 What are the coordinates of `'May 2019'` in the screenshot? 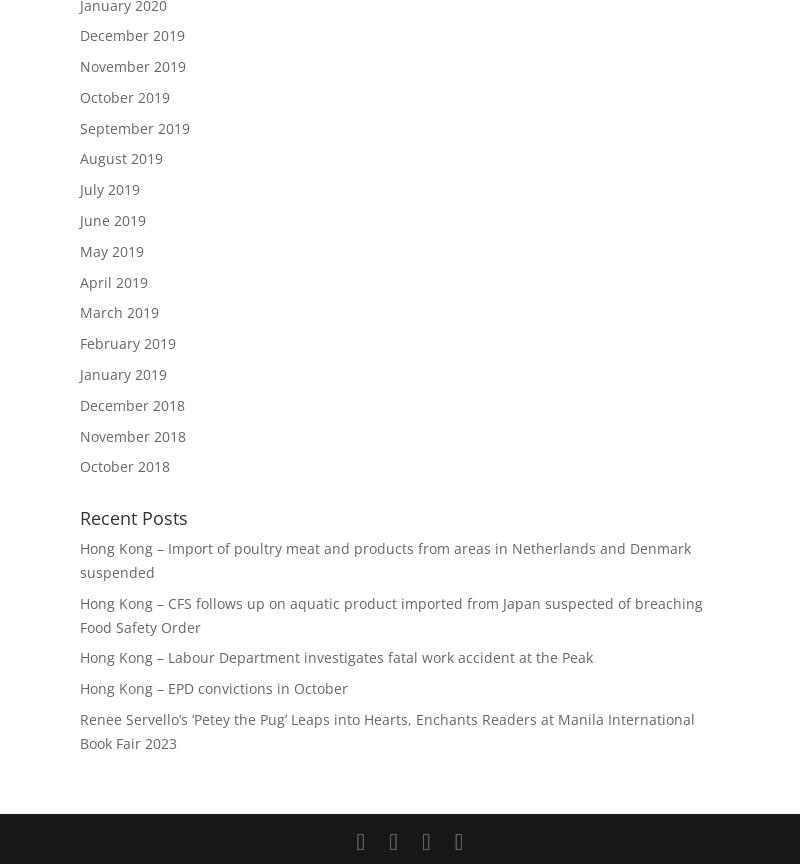 It's located at (111, 250).